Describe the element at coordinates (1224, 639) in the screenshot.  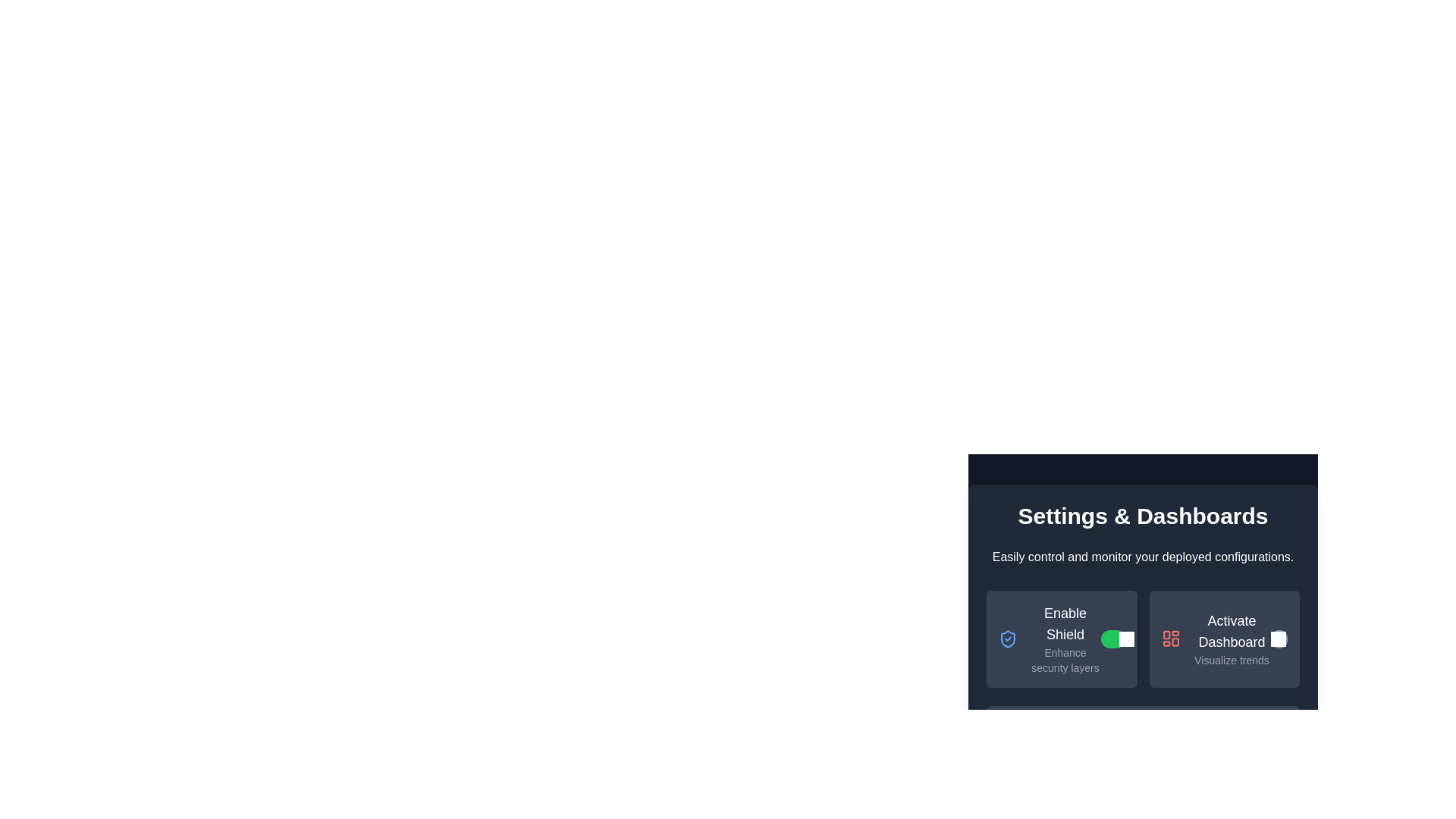
I see `the Control group with toggle switch for visualizing trends` at that location.